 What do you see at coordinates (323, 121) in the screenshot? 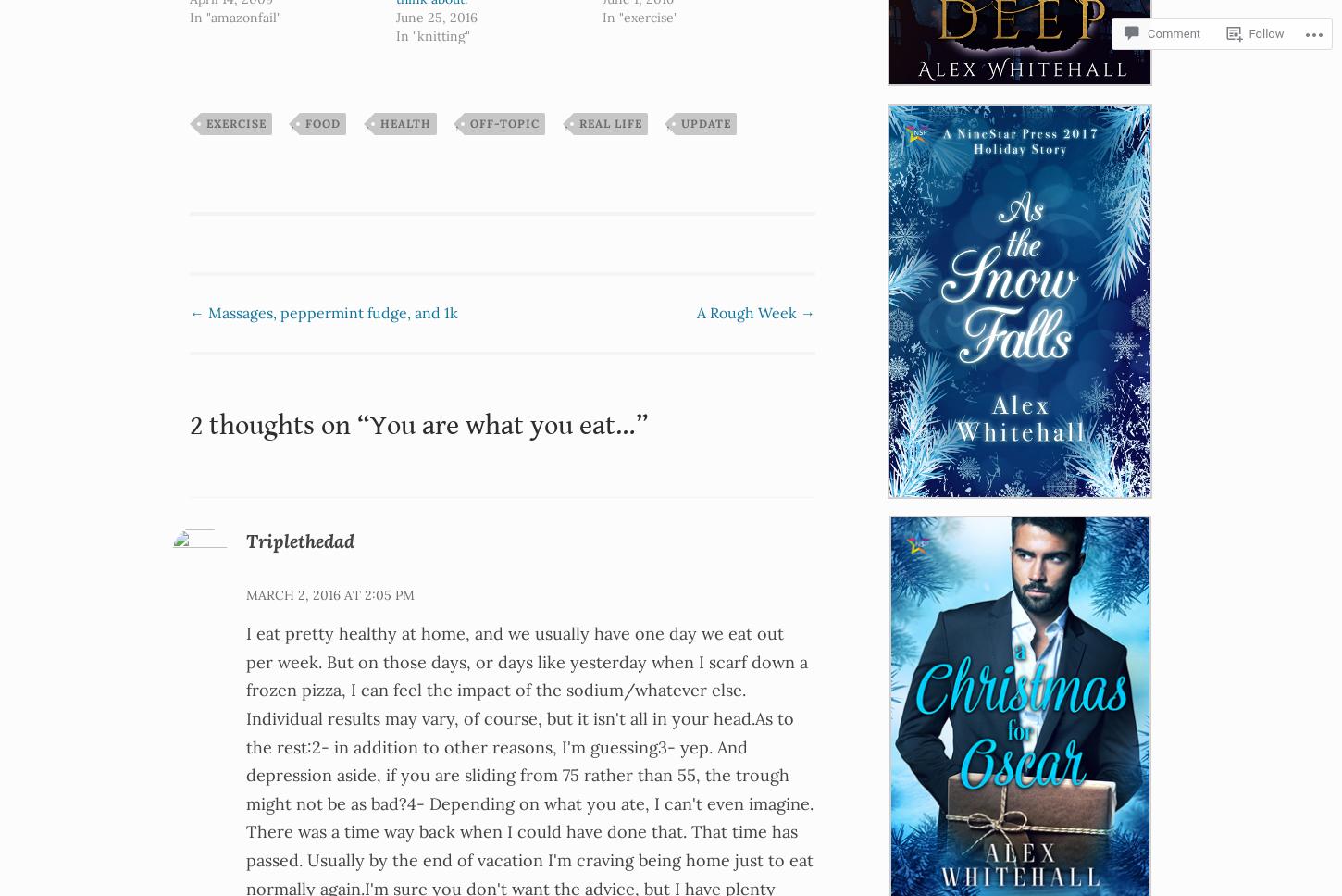
I see `'food'` at bounding box center [323, 121].